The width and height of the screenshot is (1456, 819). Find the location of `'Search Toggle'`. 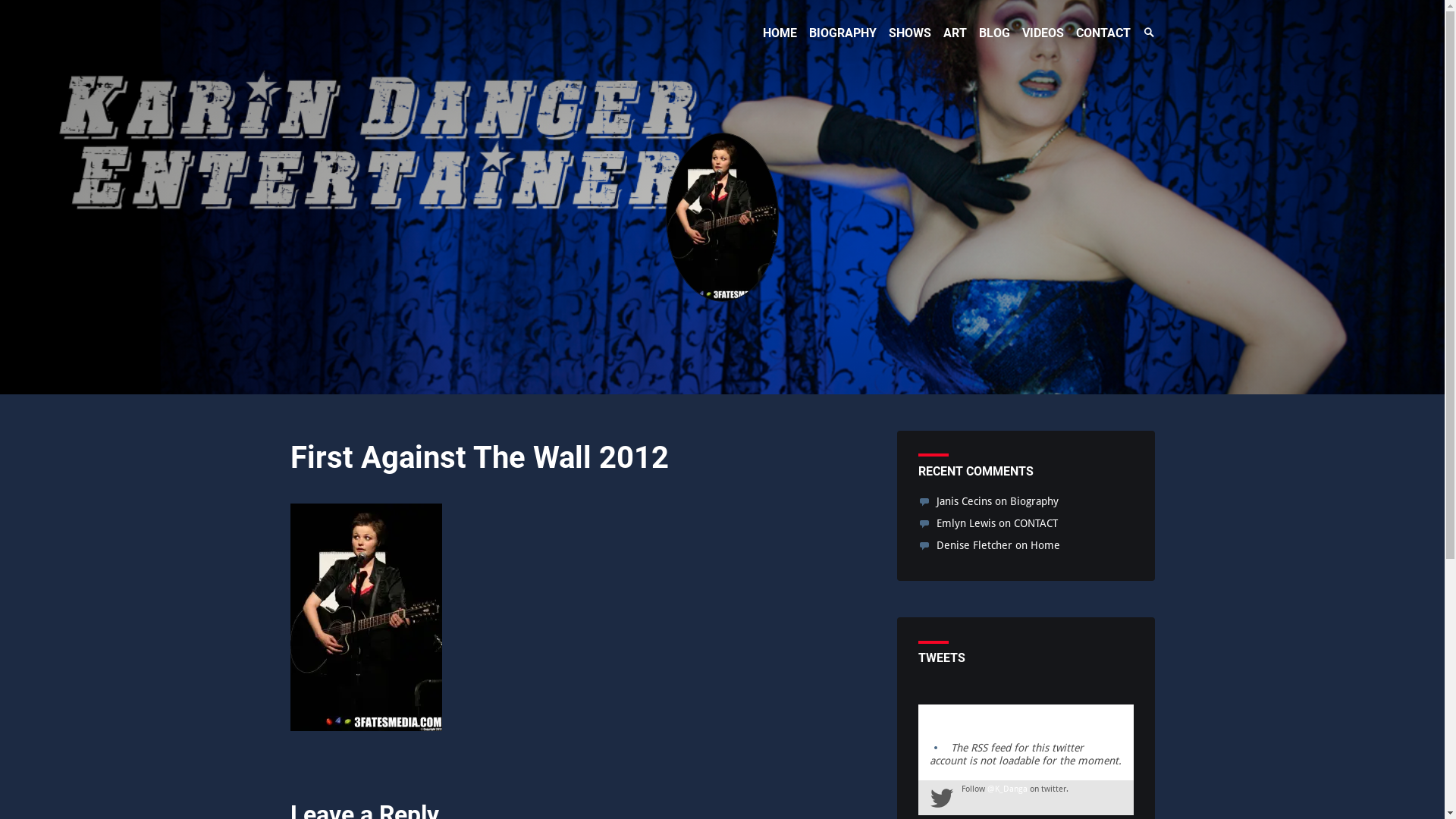

'Search Toggle' is located at coordinates (1142, 33).